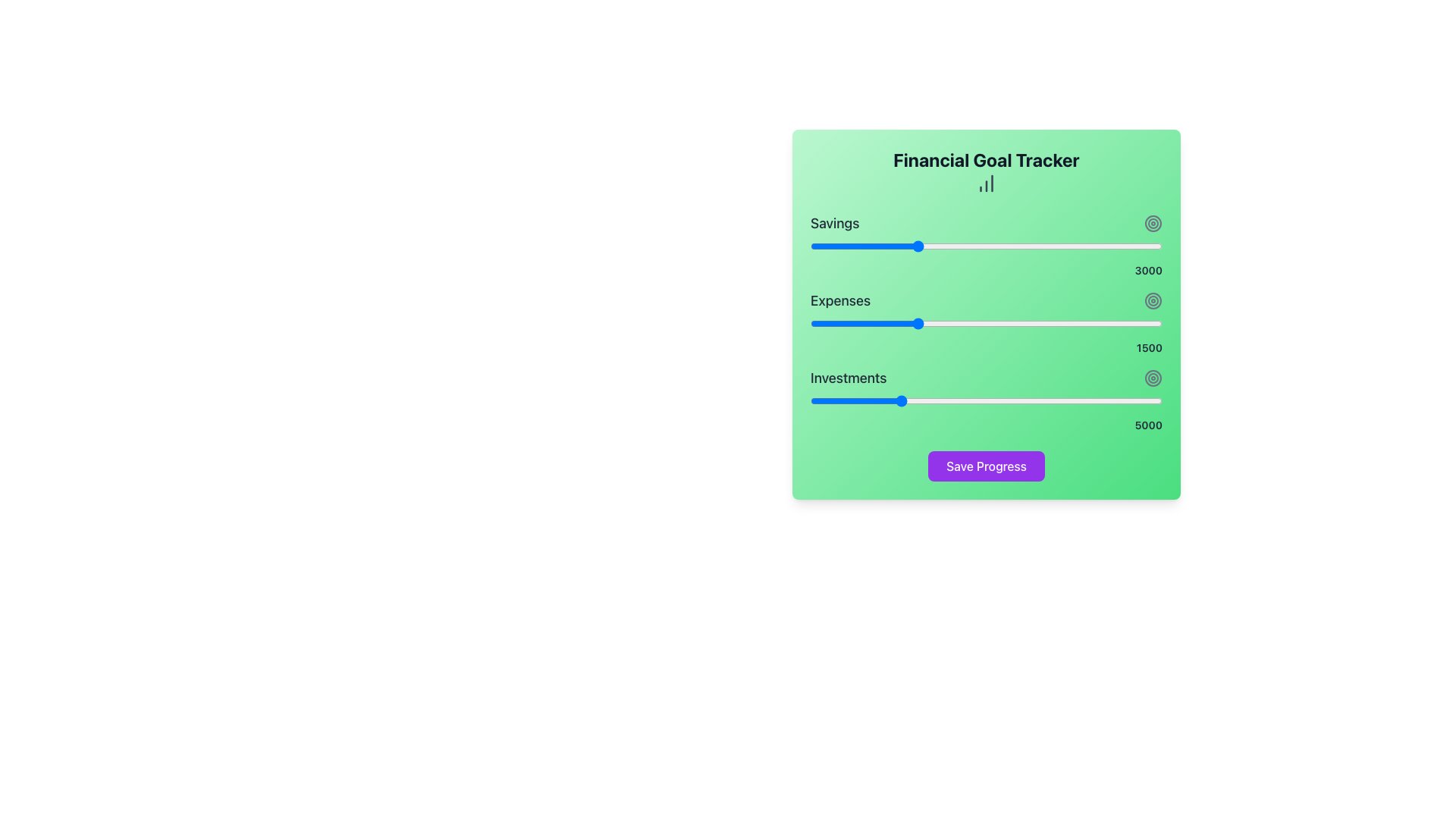 This screenshot has width=1456, height=819. Describe the element at coordinates (901, 245) in the screenshot. I see `the Savings slider` at that location.